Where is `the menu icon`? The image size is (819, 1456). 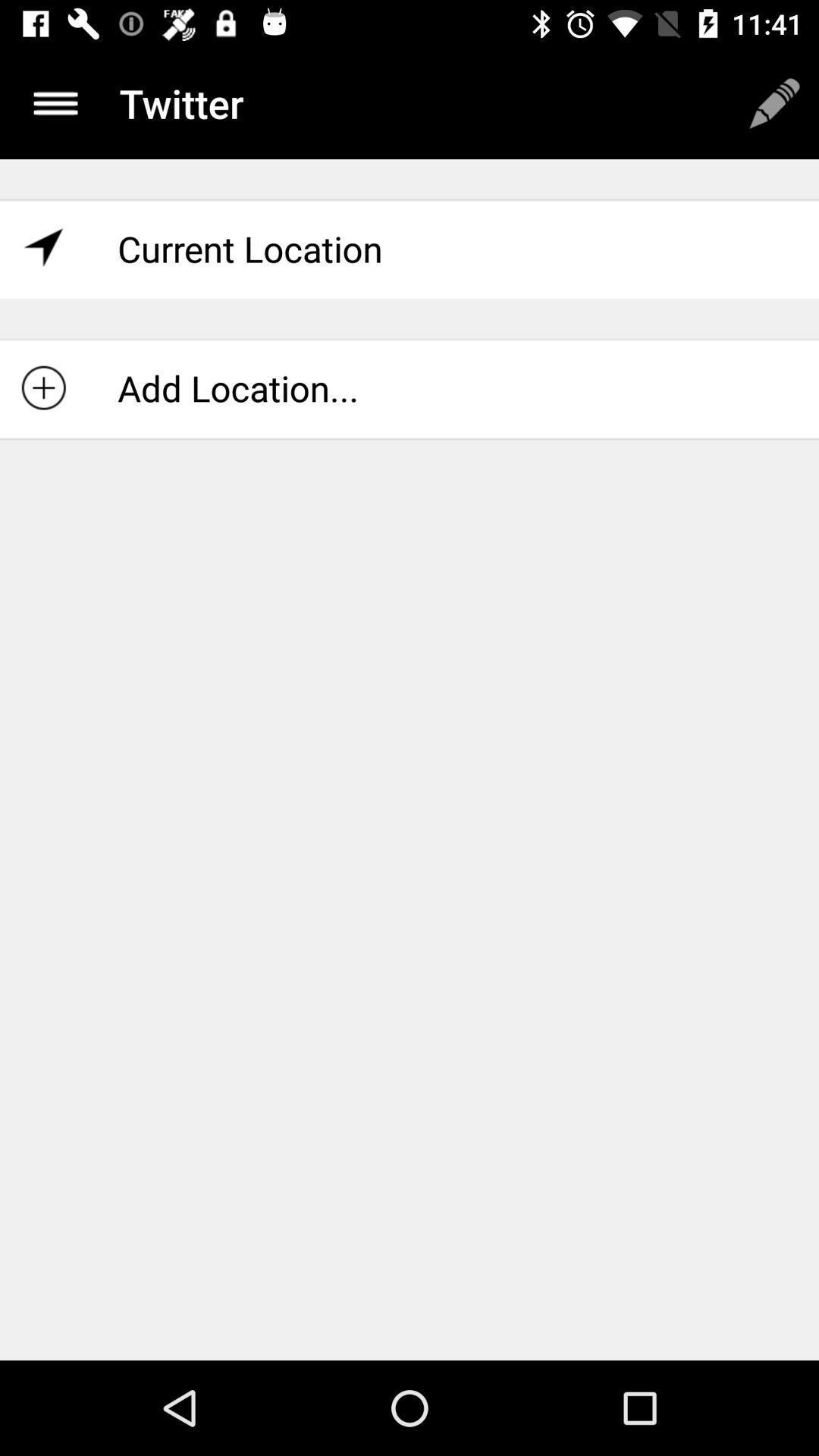
the menu icon is located at coordinates (55, 102).